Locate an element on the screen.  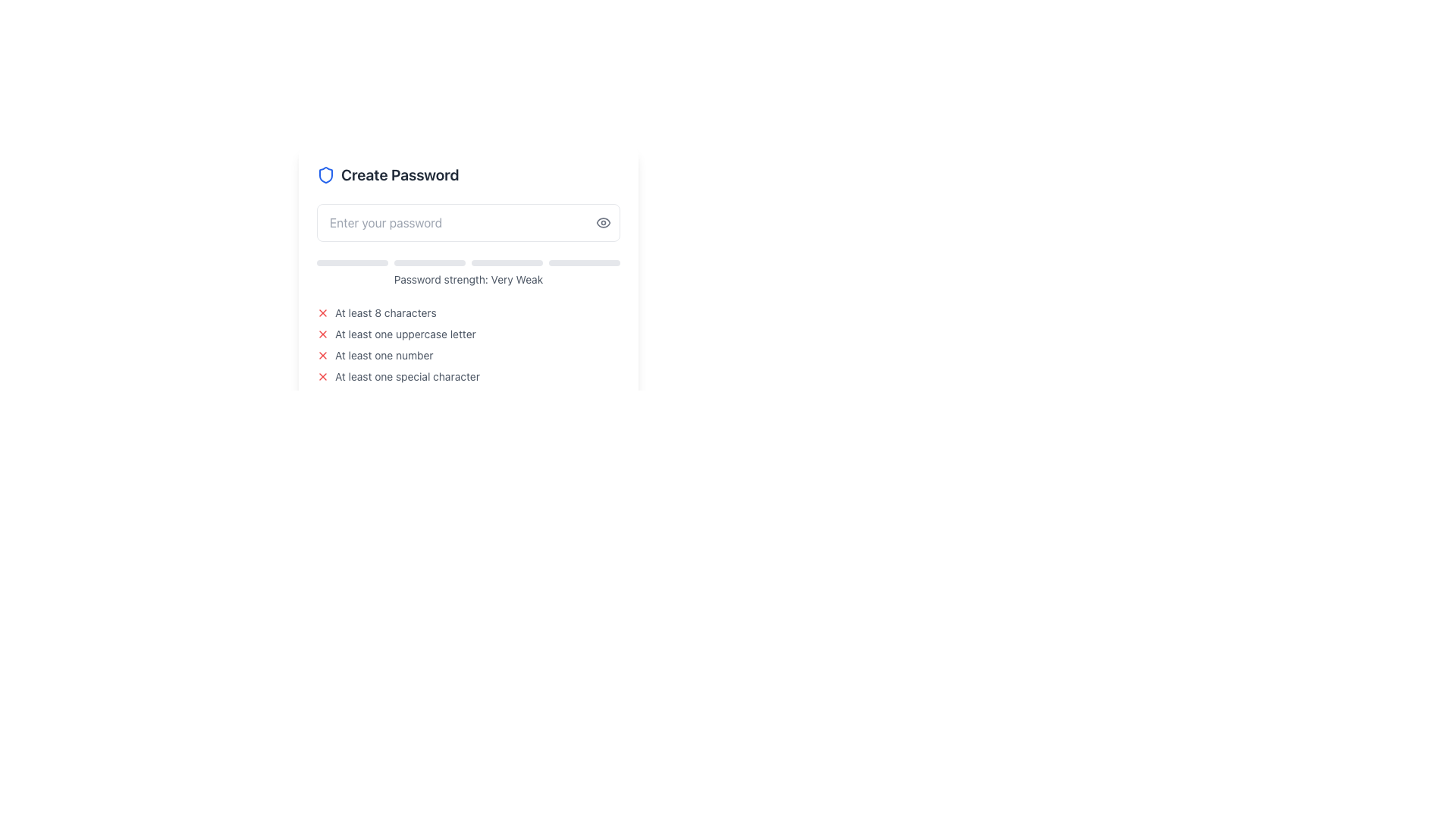
text indicating that the password requirement of including one uppercase letter has not been met, which is represented by a red 'X'. This element is the second item in the validation criteria list within the 'Create Password' form section is located at coordinates (468, 333).